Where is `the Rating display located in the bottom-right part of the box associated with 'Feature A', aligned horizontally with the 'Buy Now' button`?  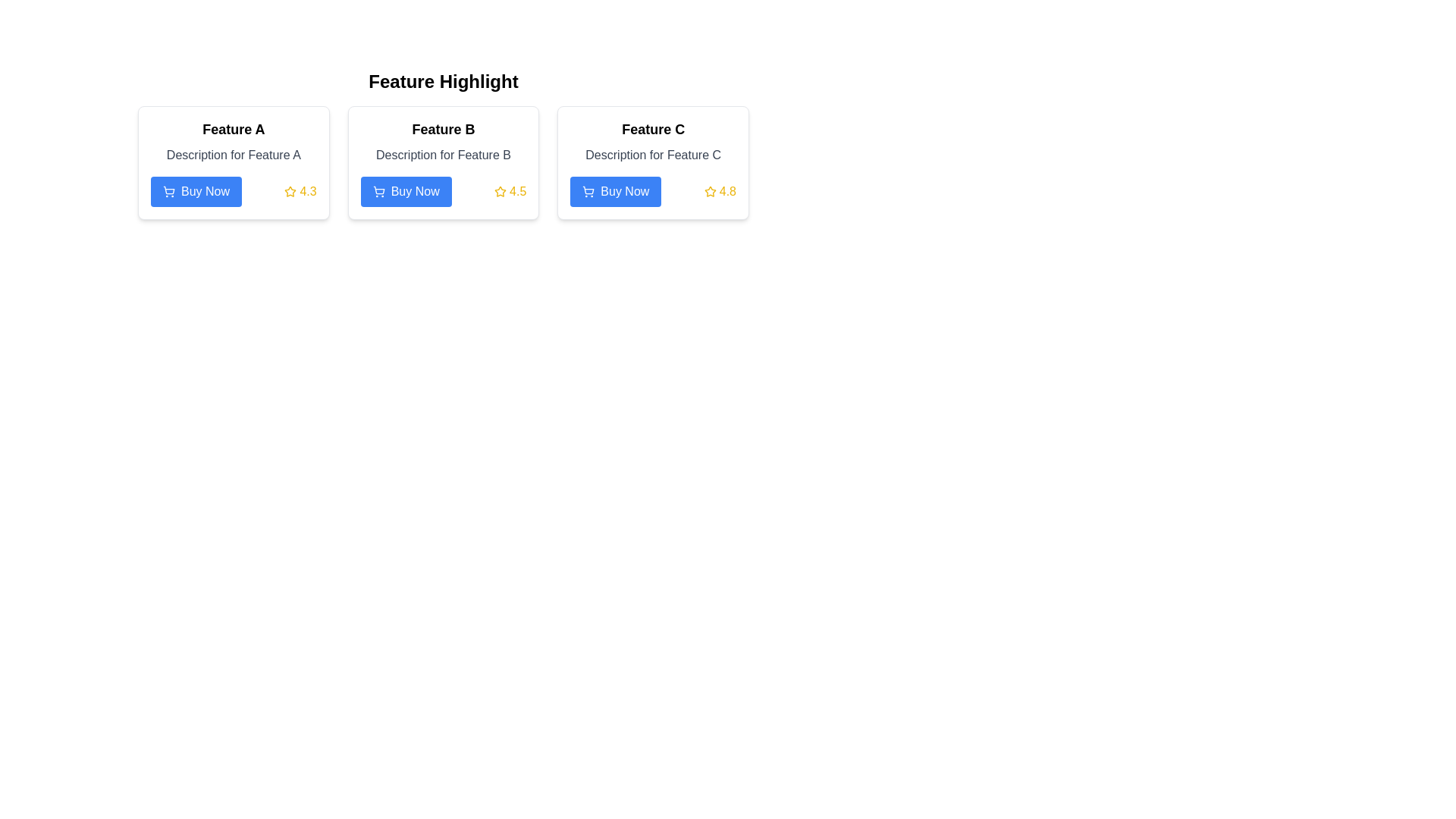
the Rating display located in the bottom-right part of the box associated with 'Feature A', aligned horizontally with the 'Buy Now' button is located at coordinates (300, 191).